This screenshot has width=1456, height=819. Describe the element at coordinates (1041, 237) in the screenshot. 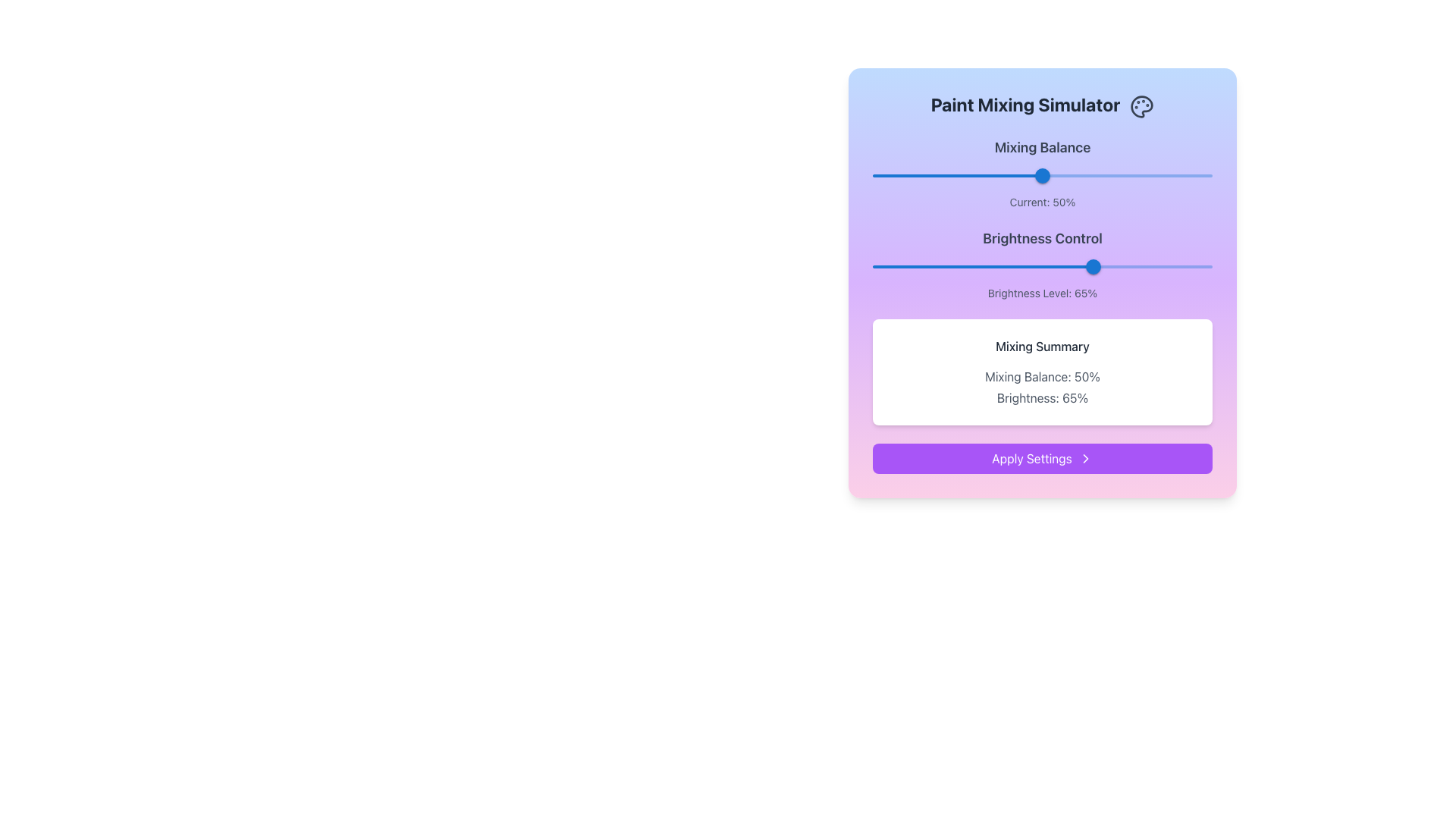

I see `the 'Brightness Control' label, which is prominently displayed in dark gray text on a light gradient background, centrally aligned in the settings panel` at that location.